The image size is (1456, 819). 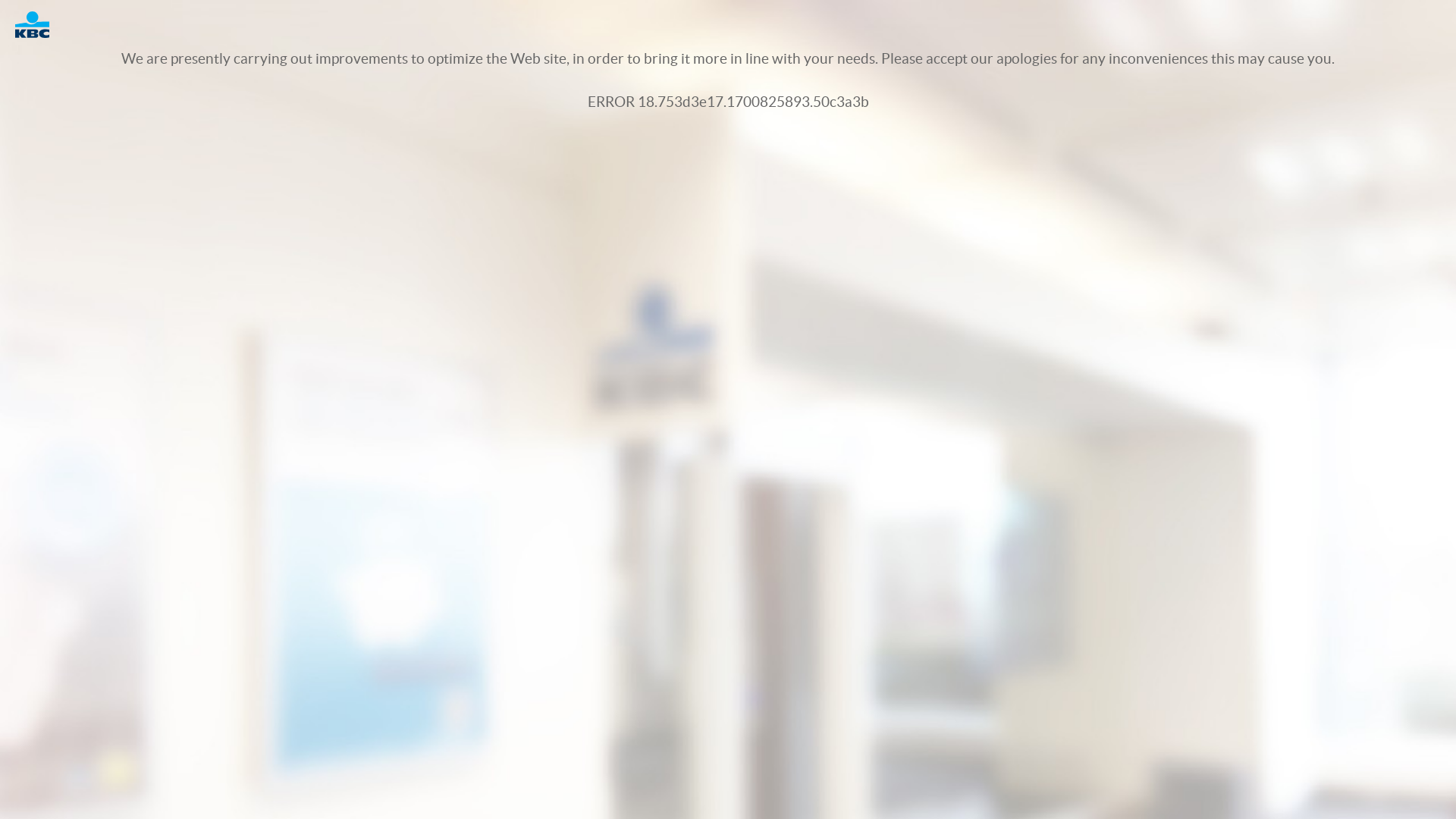 What do you see at coordinates (39, 24) in the screenshot?
I see `'Logo'` at bounding box center [39, 24].